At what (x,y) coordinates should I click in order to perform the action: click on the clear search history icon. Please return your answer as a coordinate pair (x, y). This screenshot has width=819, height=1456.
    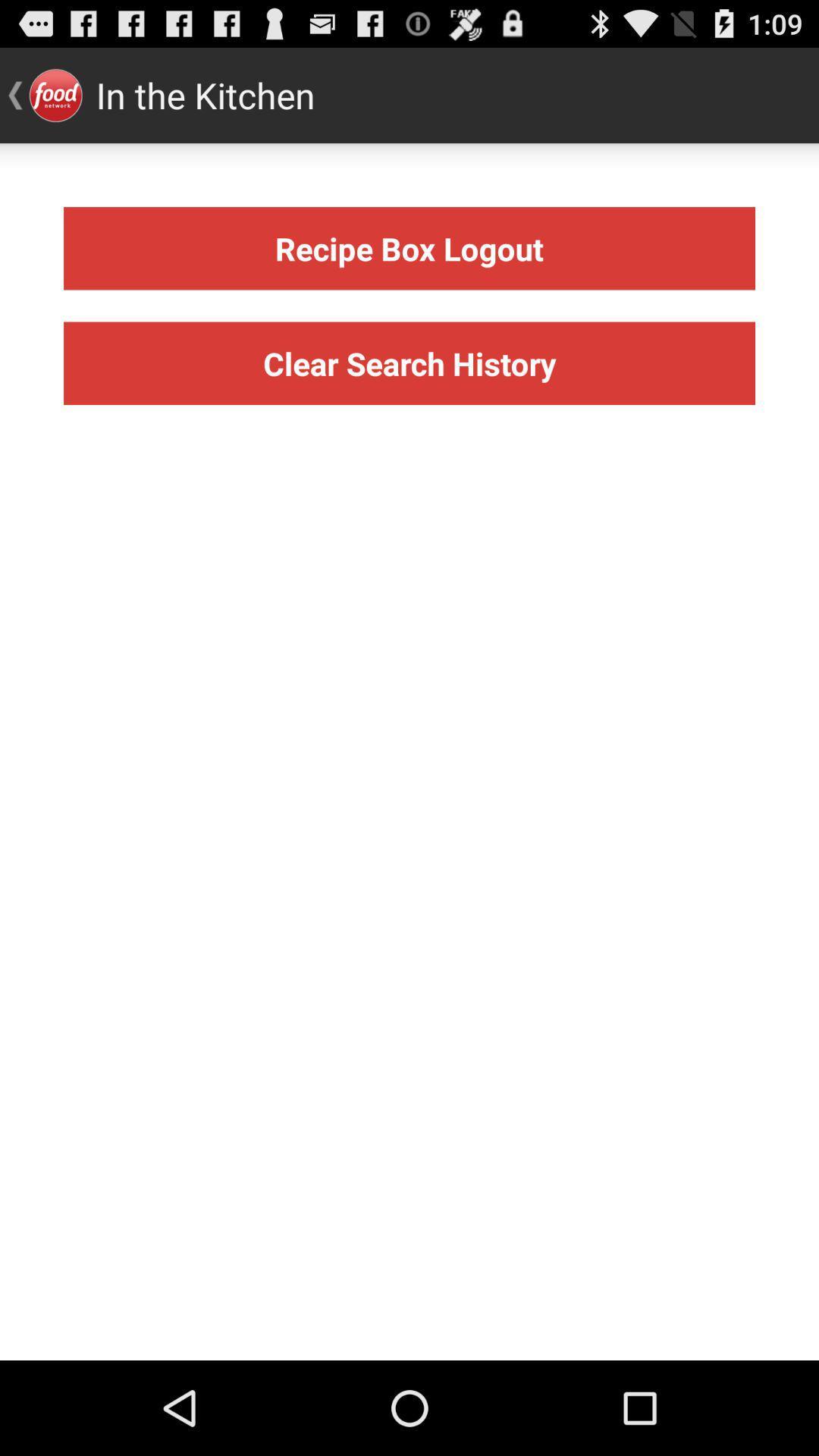
    Looking at the image, I should click on (409, 362).